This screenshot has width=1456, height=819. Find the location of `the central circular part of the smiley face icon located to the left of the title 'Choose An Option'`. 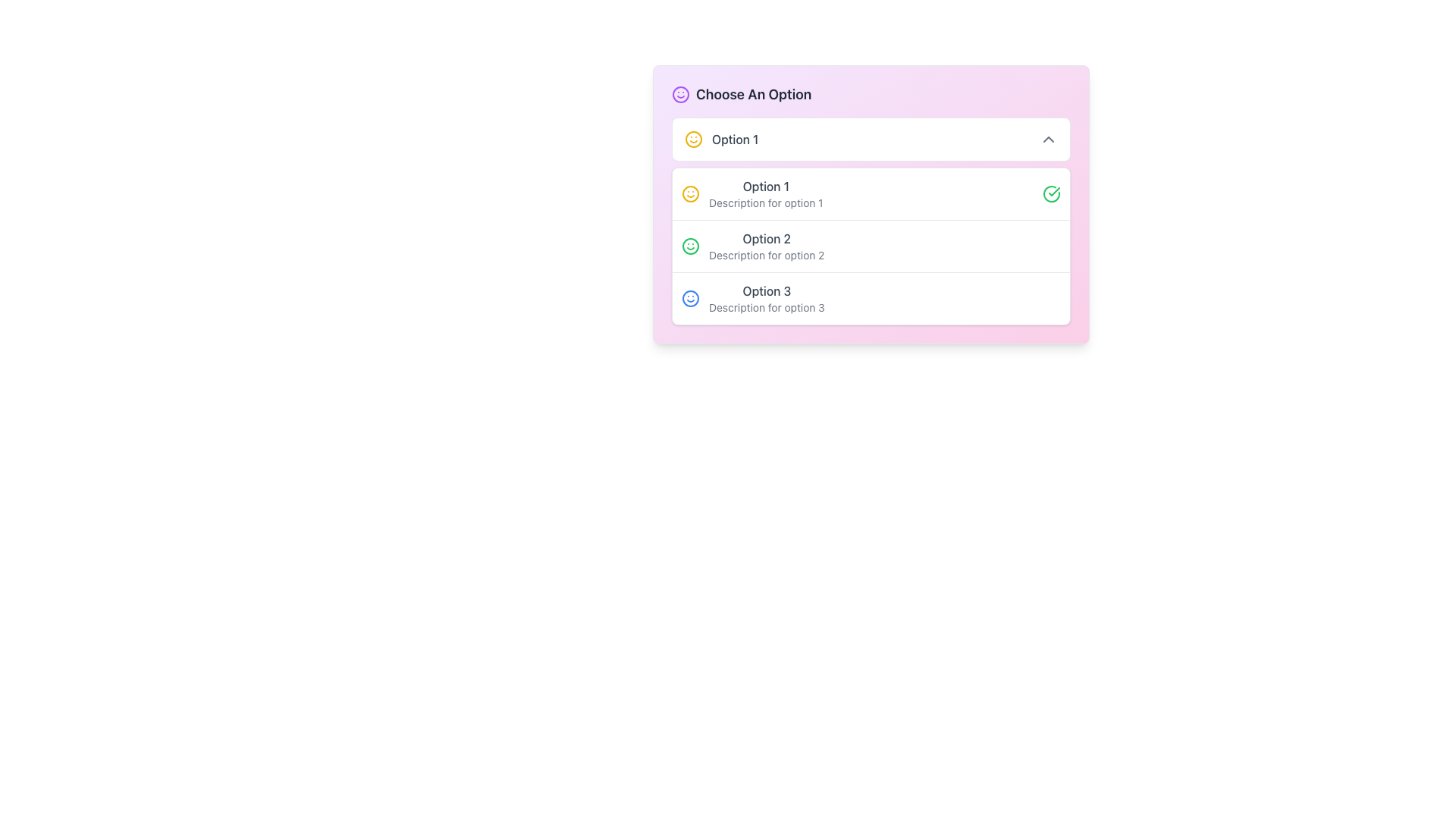

the central circular part of the smiley face icon located to the left of the title 'Choose An Option' is located at coordinates (679, 94).